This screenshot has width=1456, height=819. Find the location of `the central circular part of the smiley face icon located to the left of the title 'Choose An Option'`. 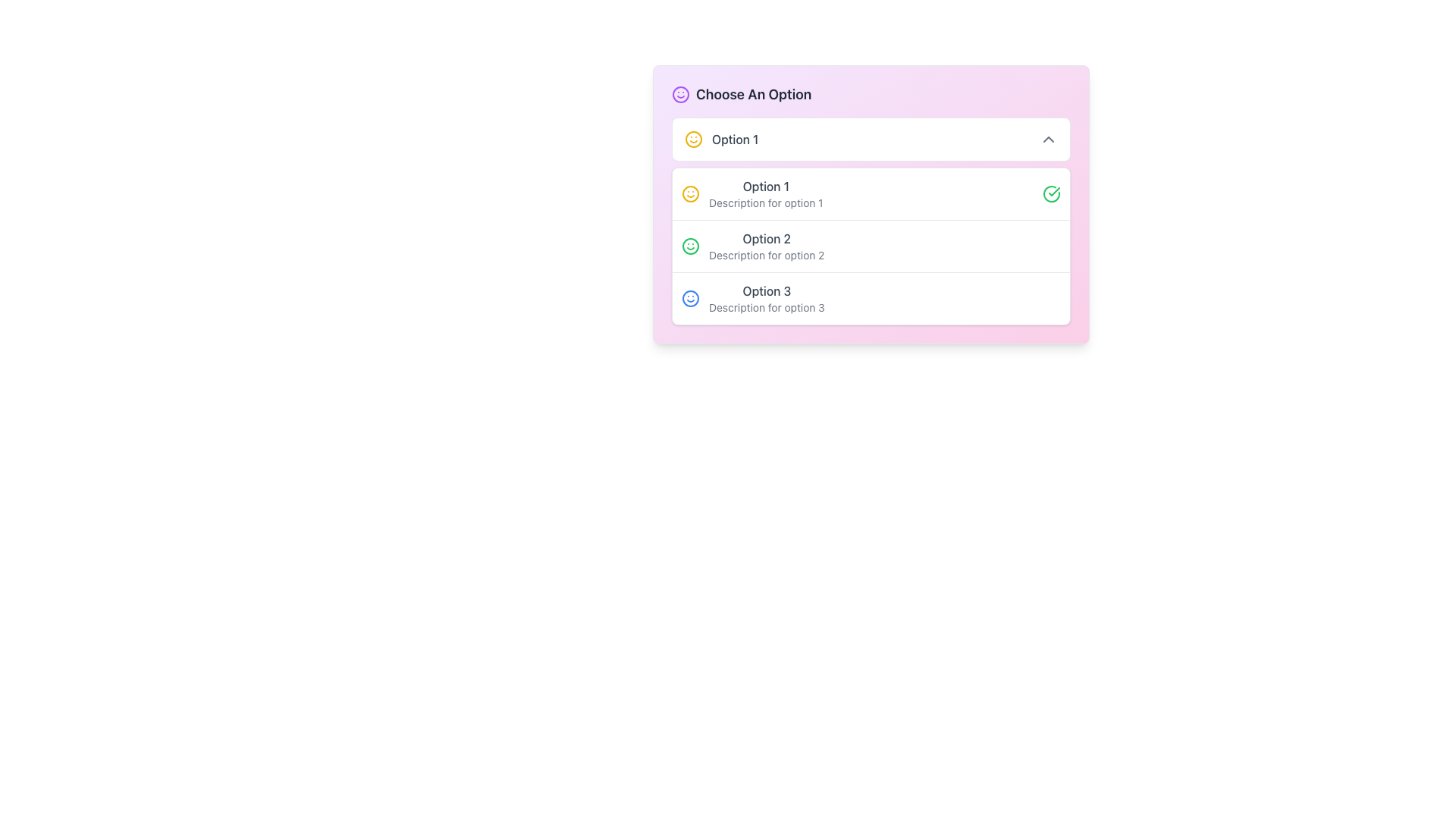

the central circular part of the smiley face icon located to the left of the title 'Choose An Option' is located at coordinates (679, 94).